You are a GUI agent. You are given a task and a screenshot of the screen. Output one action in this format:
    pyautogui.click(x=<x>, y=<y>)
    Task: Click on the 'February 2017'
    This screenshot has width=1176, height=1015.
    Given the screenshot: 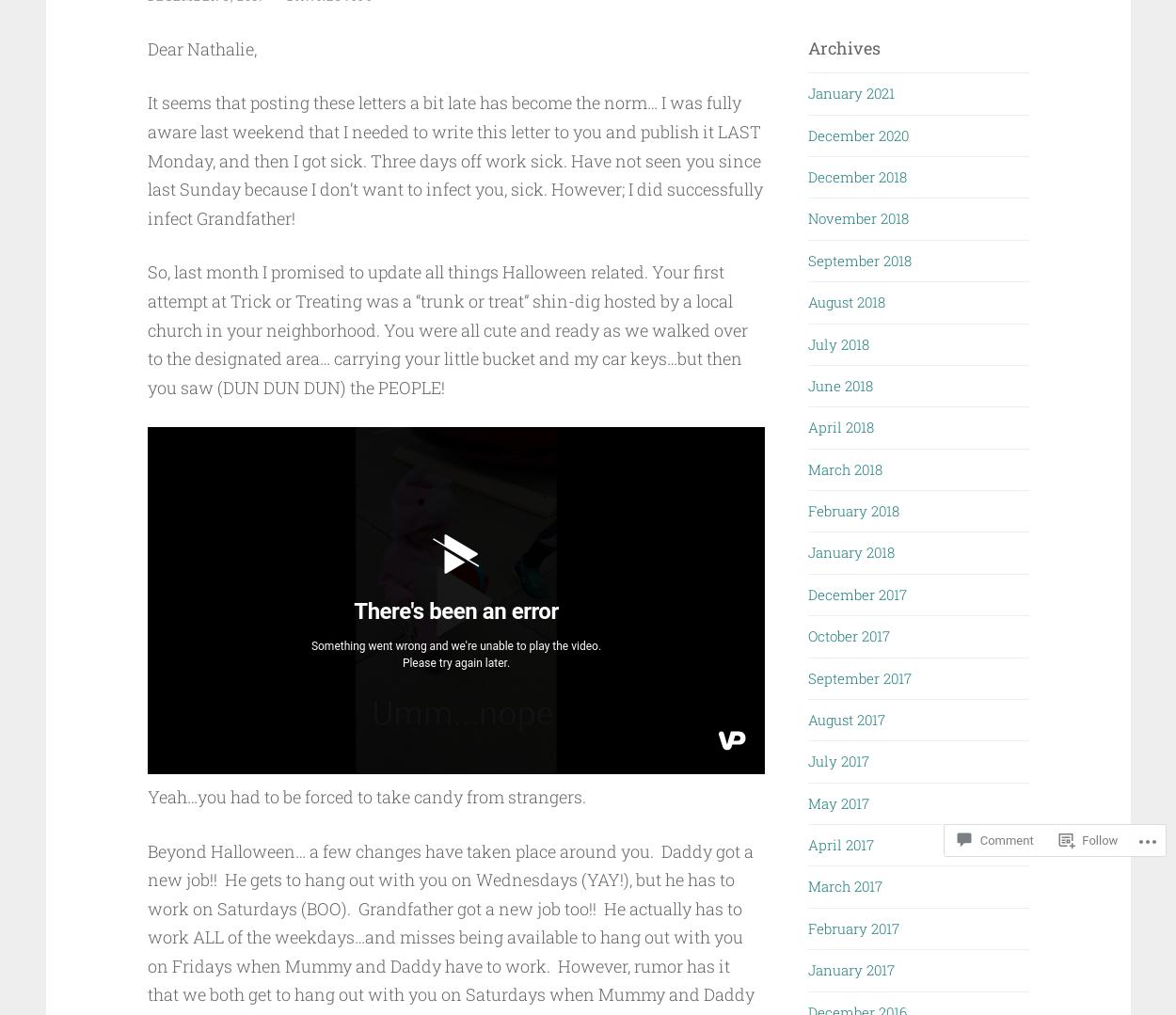 What is the action you would take?
    pyautogui.click(x=807, y=926)
    